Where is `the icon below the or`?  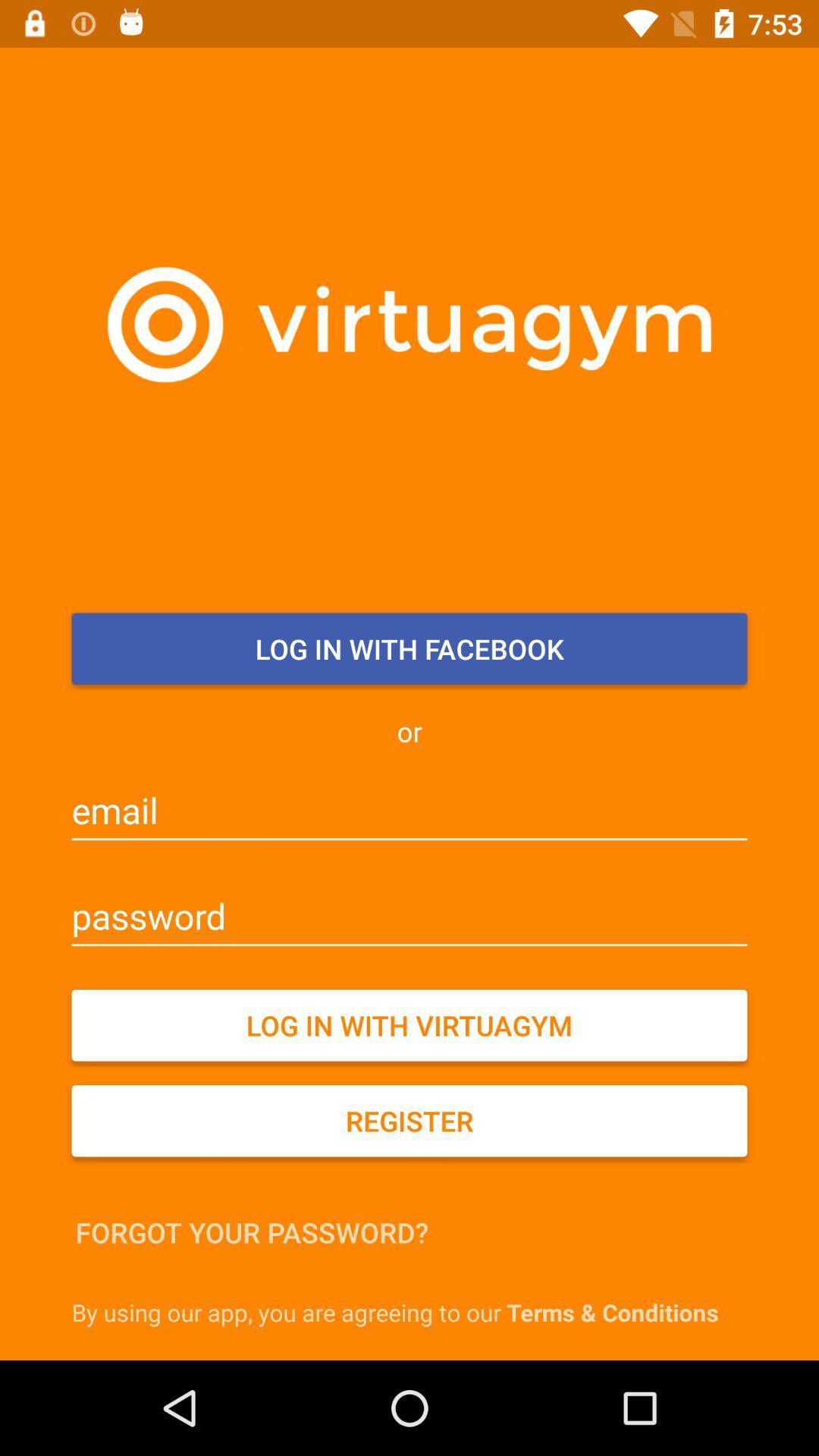
the icon below the or is located at coordinates (409, 810).